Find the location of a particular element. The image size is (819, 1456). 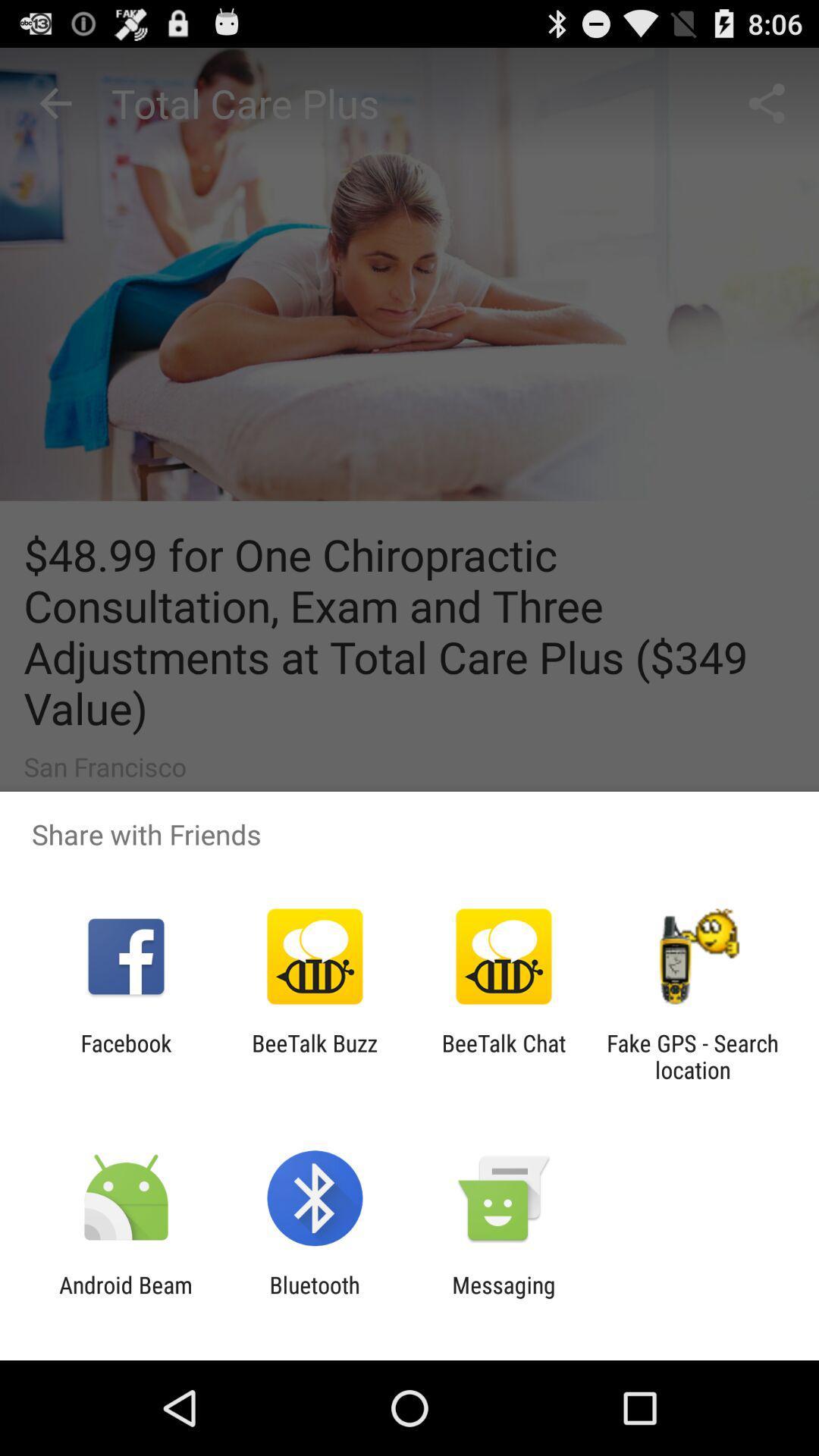

the item next to the beetalk chat app is located at coordinates (314, 1056).